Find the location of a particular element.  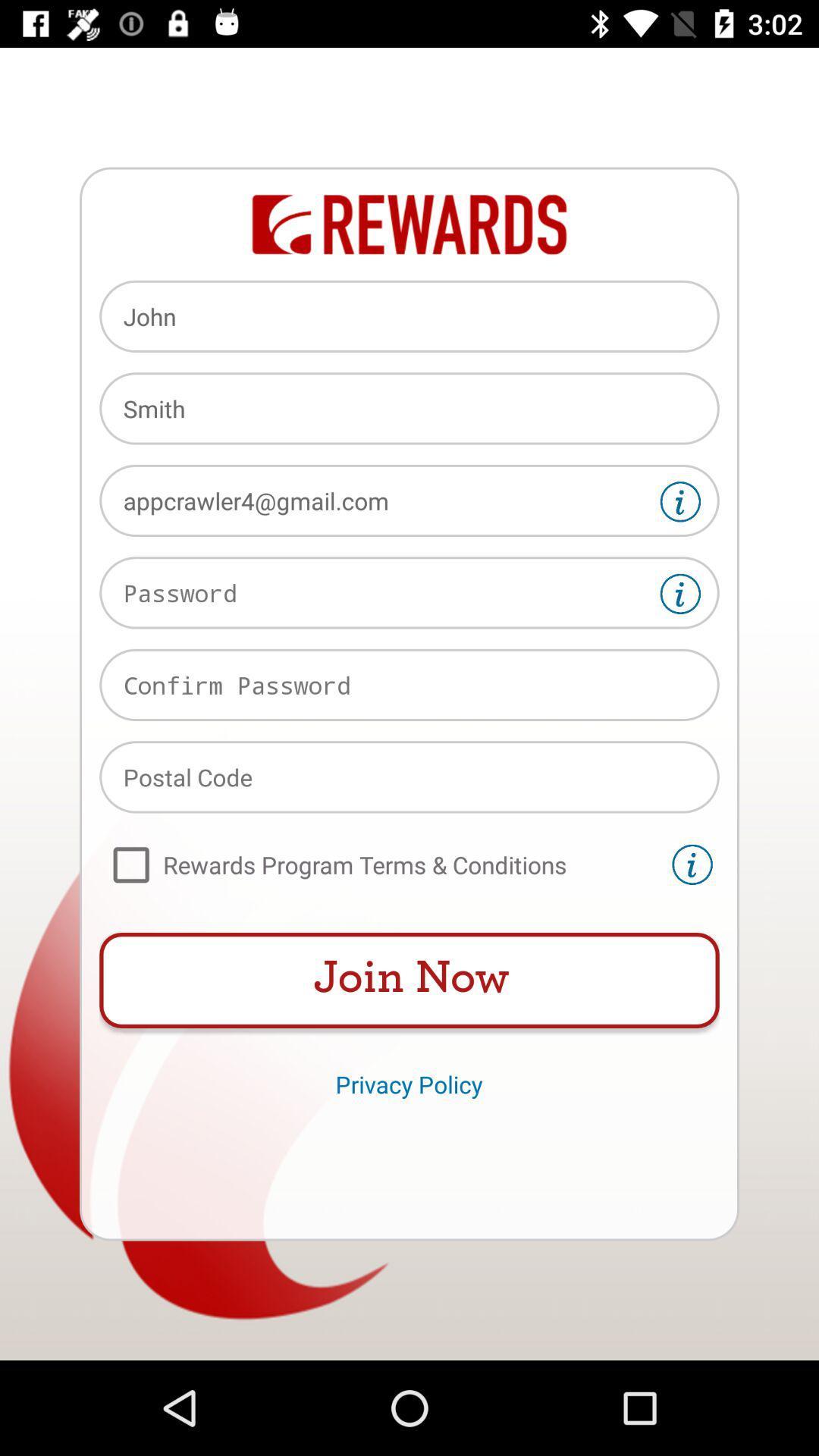

text box is located at coordinates (409, 591).